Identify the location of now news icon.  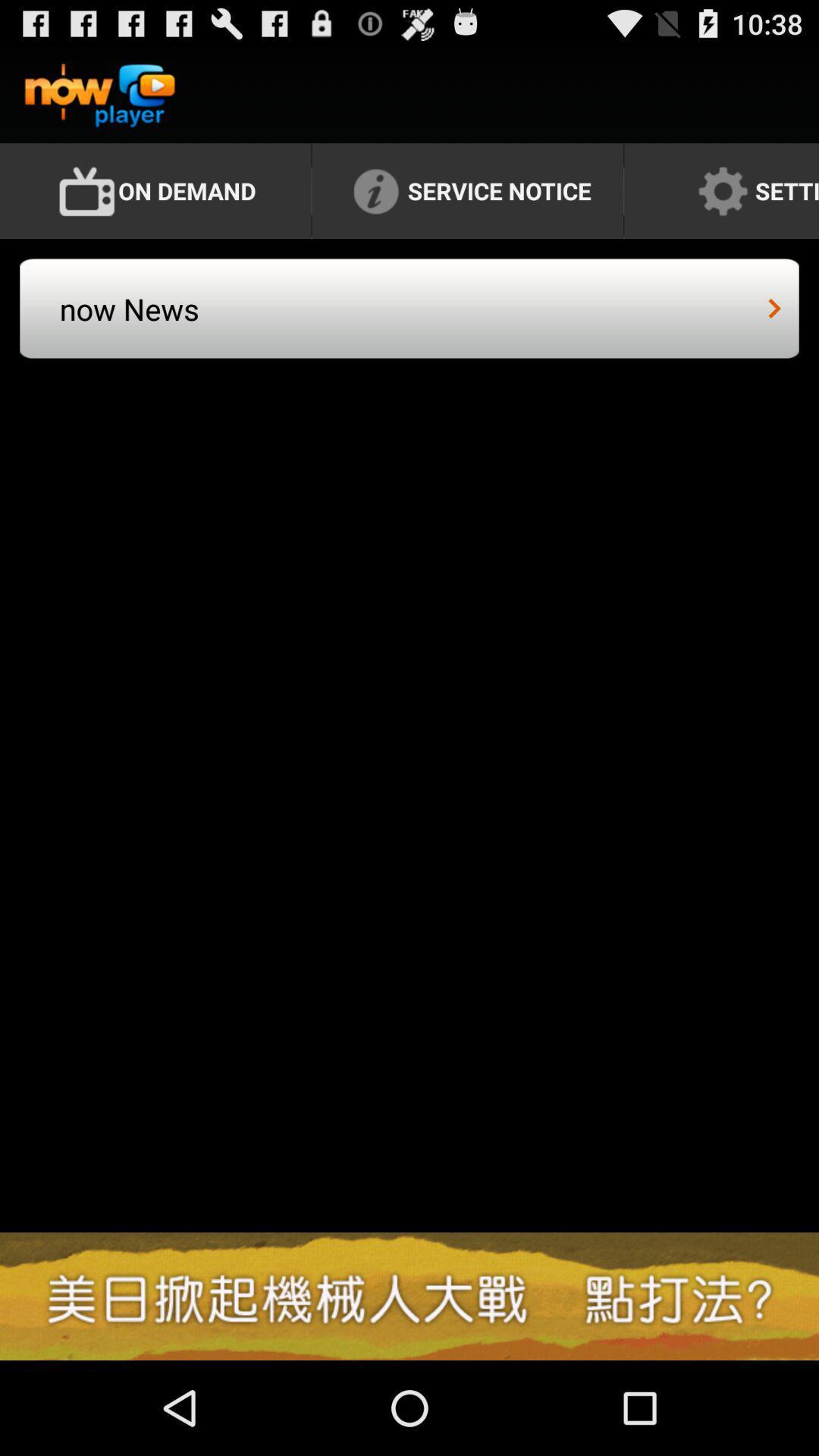
(236, 322).